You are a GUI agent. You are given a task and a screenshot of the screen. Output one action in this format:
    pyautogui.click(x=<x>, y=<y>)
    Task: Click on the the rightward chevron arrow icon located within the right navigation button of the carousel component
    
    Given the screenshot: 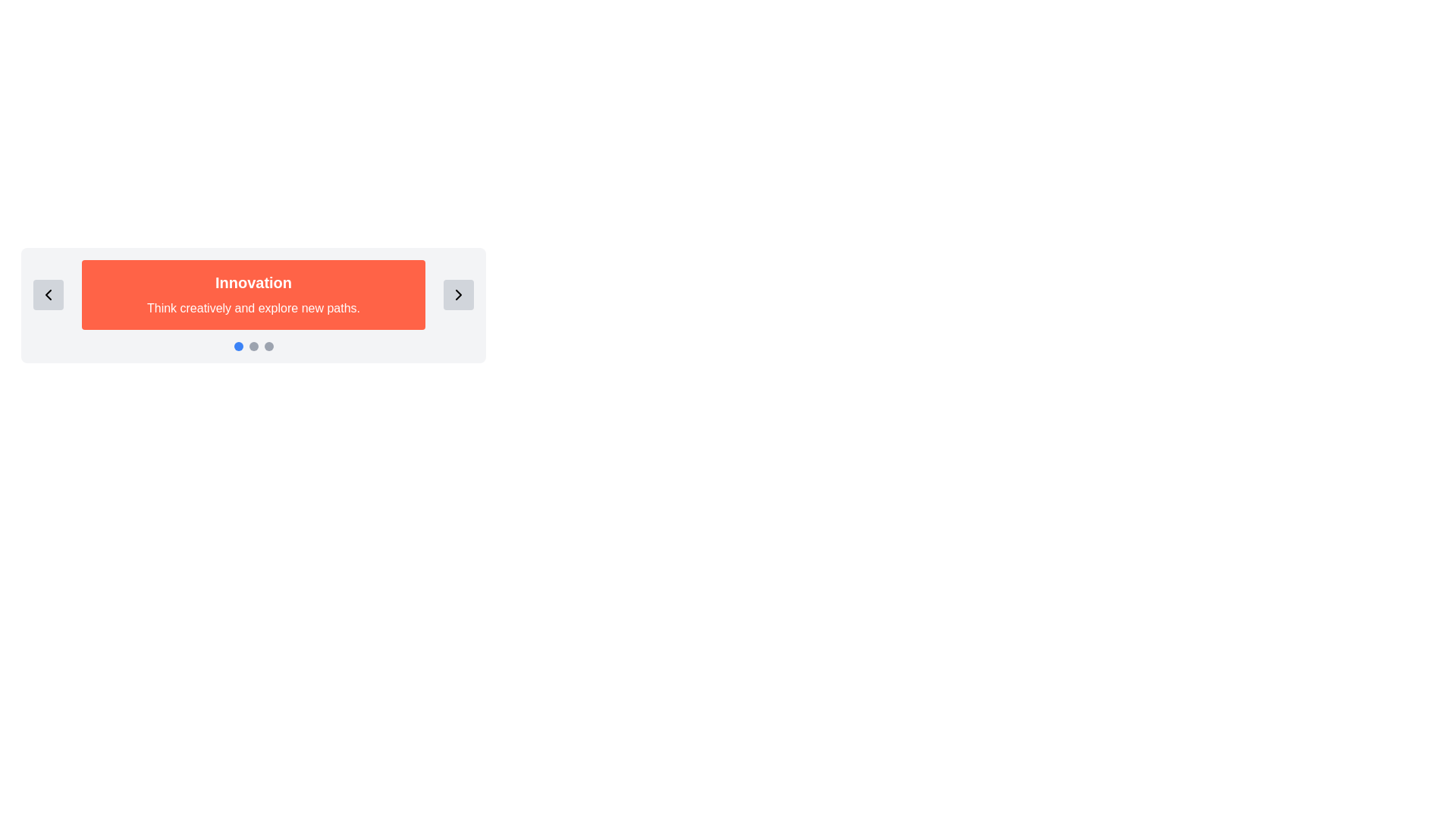 What is the action you would take?
    pyautogui.click(x=457, y=295)
    